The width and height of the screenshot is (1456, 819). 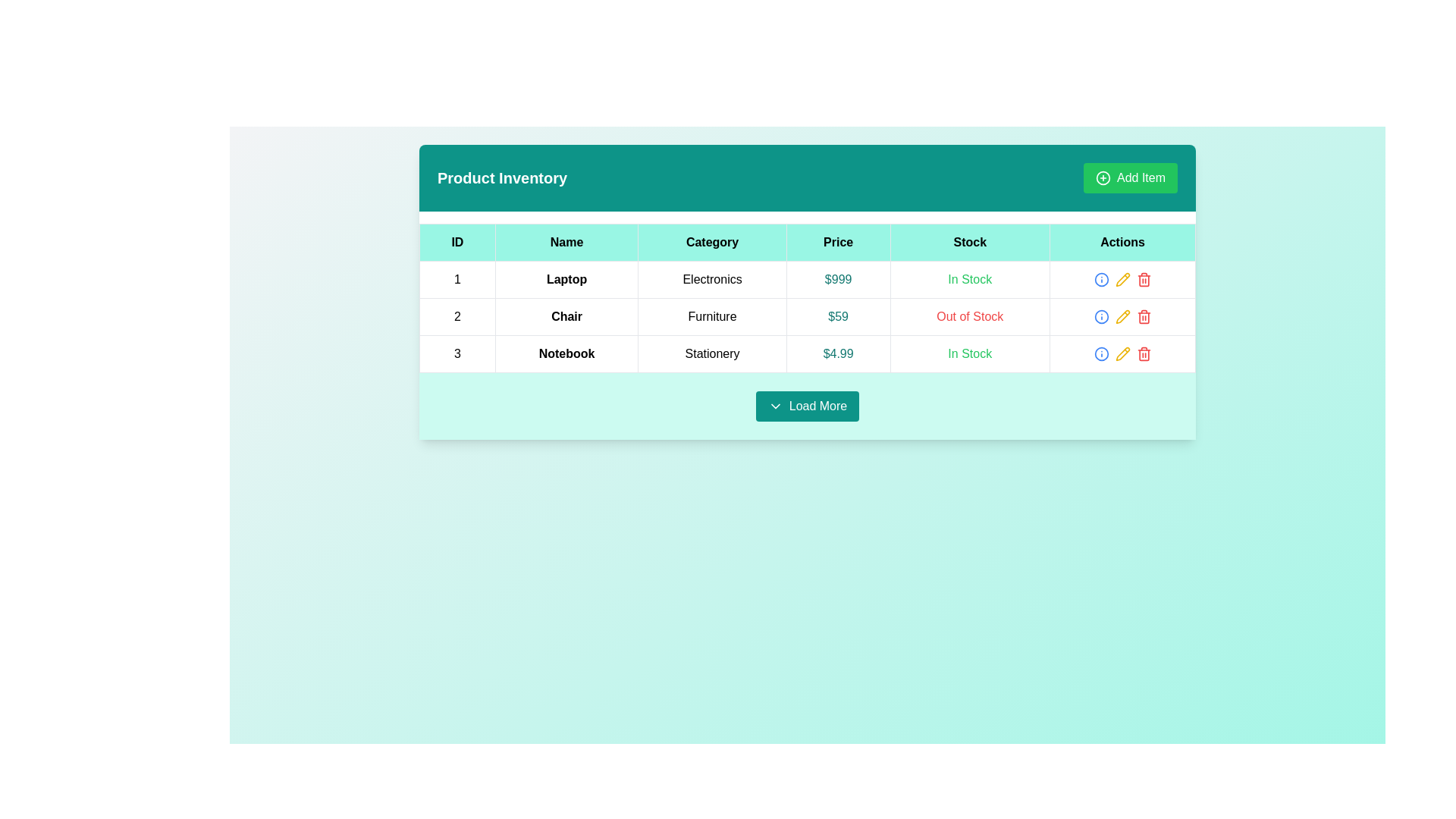 What do you see at coordinates (1144, 315) in the screenshot?
I see `the delete icon button located in the Actions column of the second row in the table` at bounding box center [1144, 315].